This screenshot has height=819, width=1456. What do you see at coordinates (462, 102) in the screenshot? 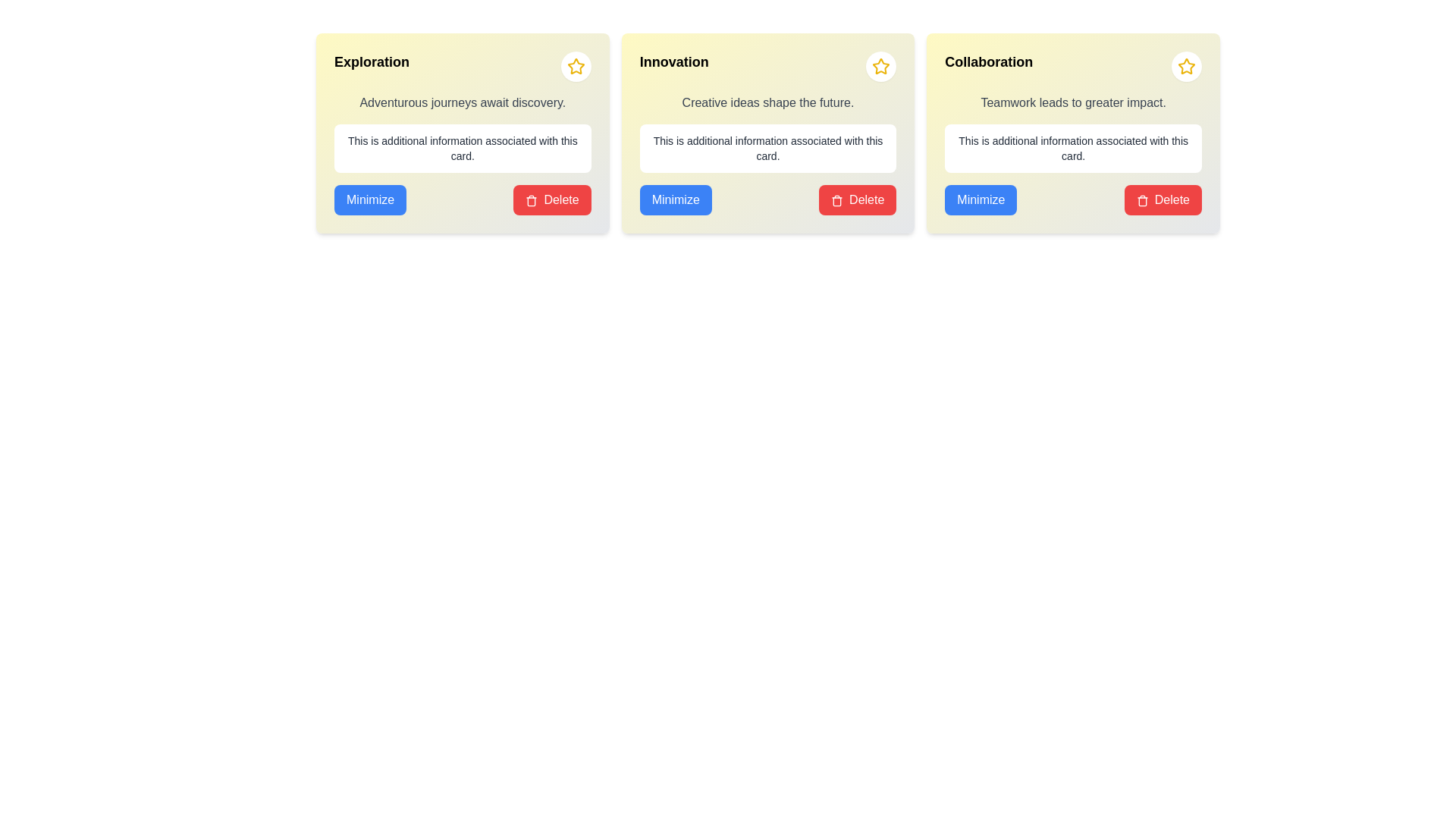
I see `the text label that displays 'Adventurous journeys await discovery.' within the 'Exploration' card, which is above the additional information area` at bounding box center [462, 102].